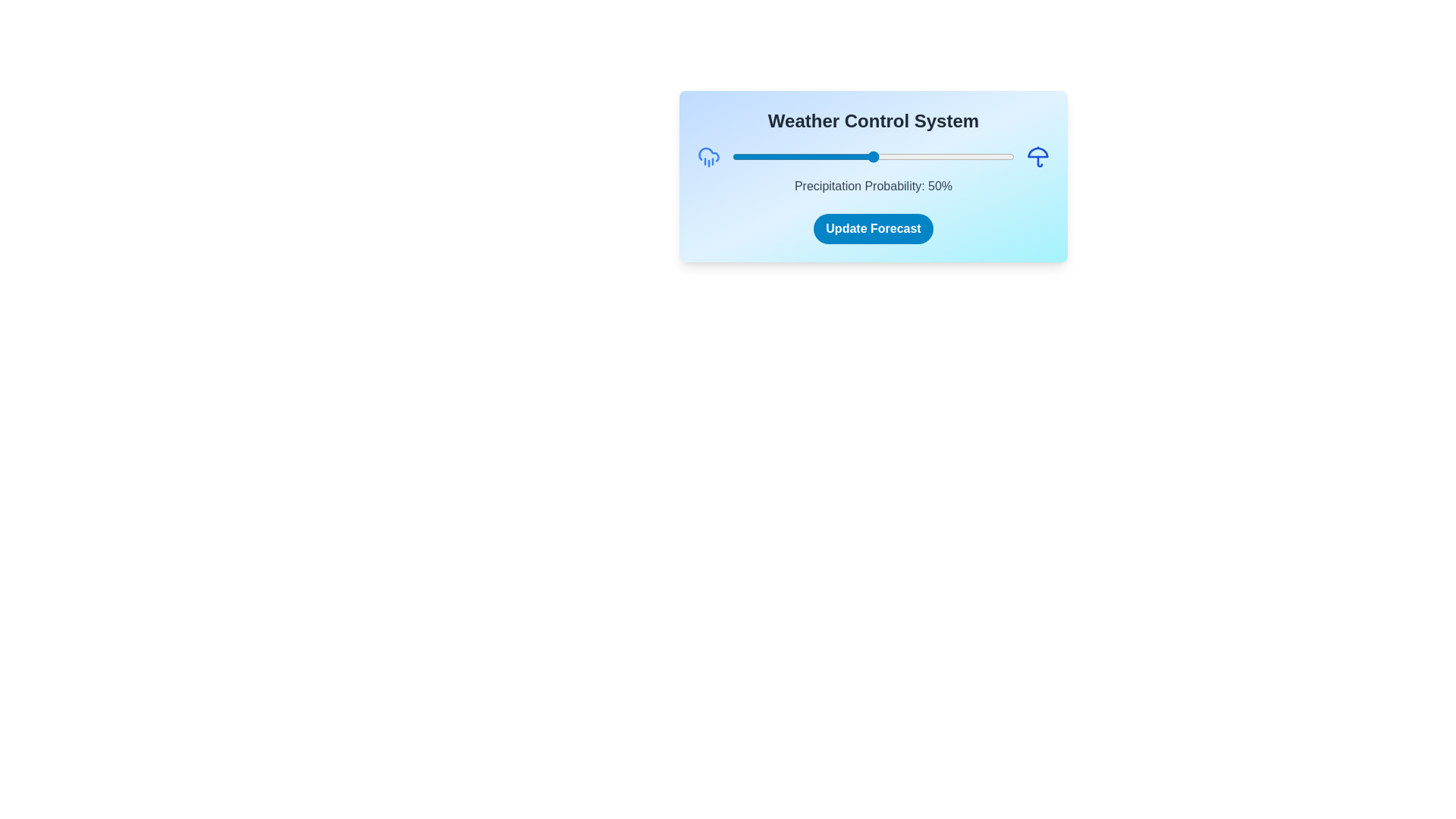 The image size is (1456, 819). Describe the element at coordinates (856, 157) in the screenshot. I see `the precipitation probability slider to 44%` at that location.